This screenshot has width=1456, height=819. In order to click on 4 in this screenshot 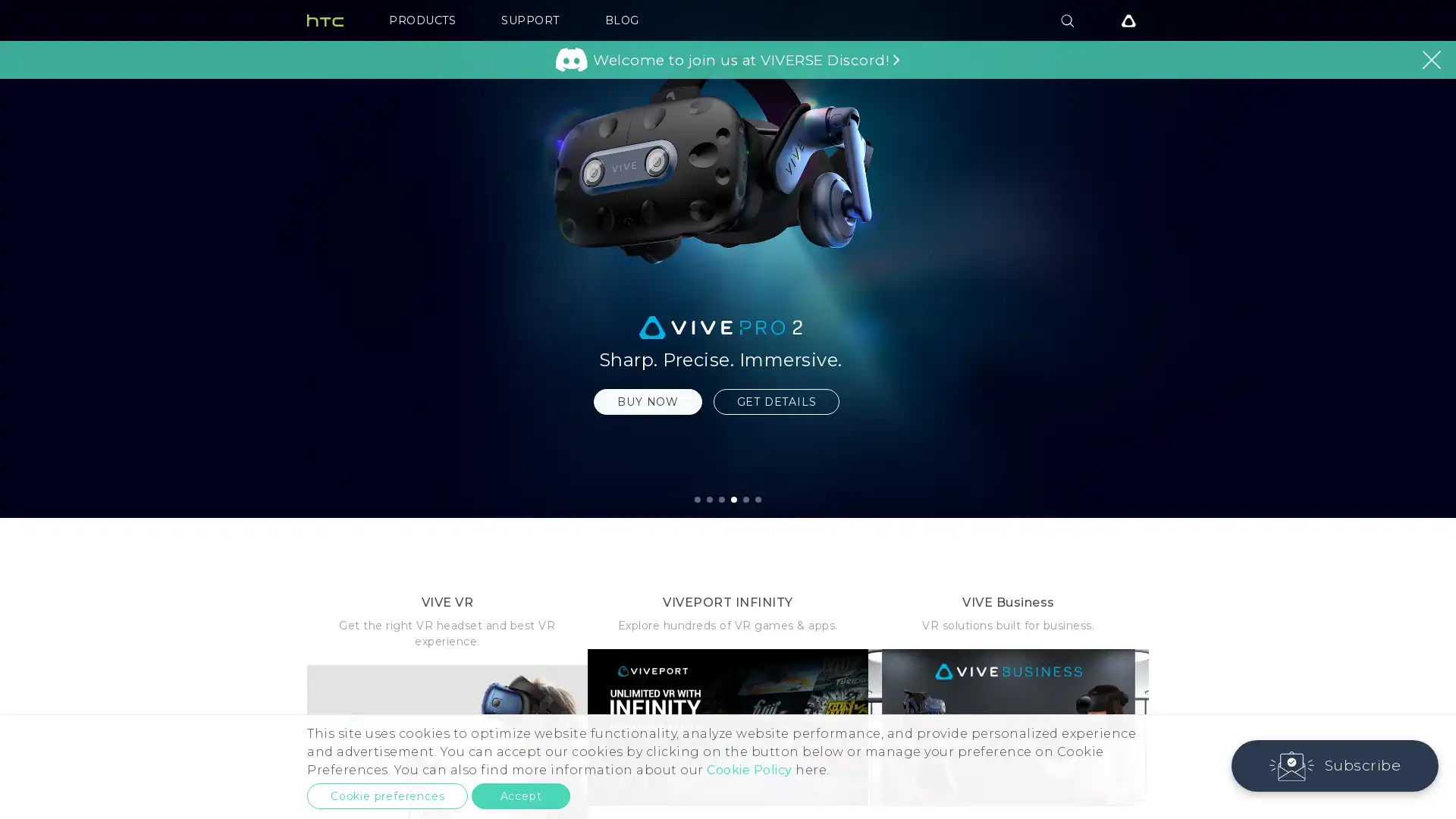, I will do `click(734, 500)`.